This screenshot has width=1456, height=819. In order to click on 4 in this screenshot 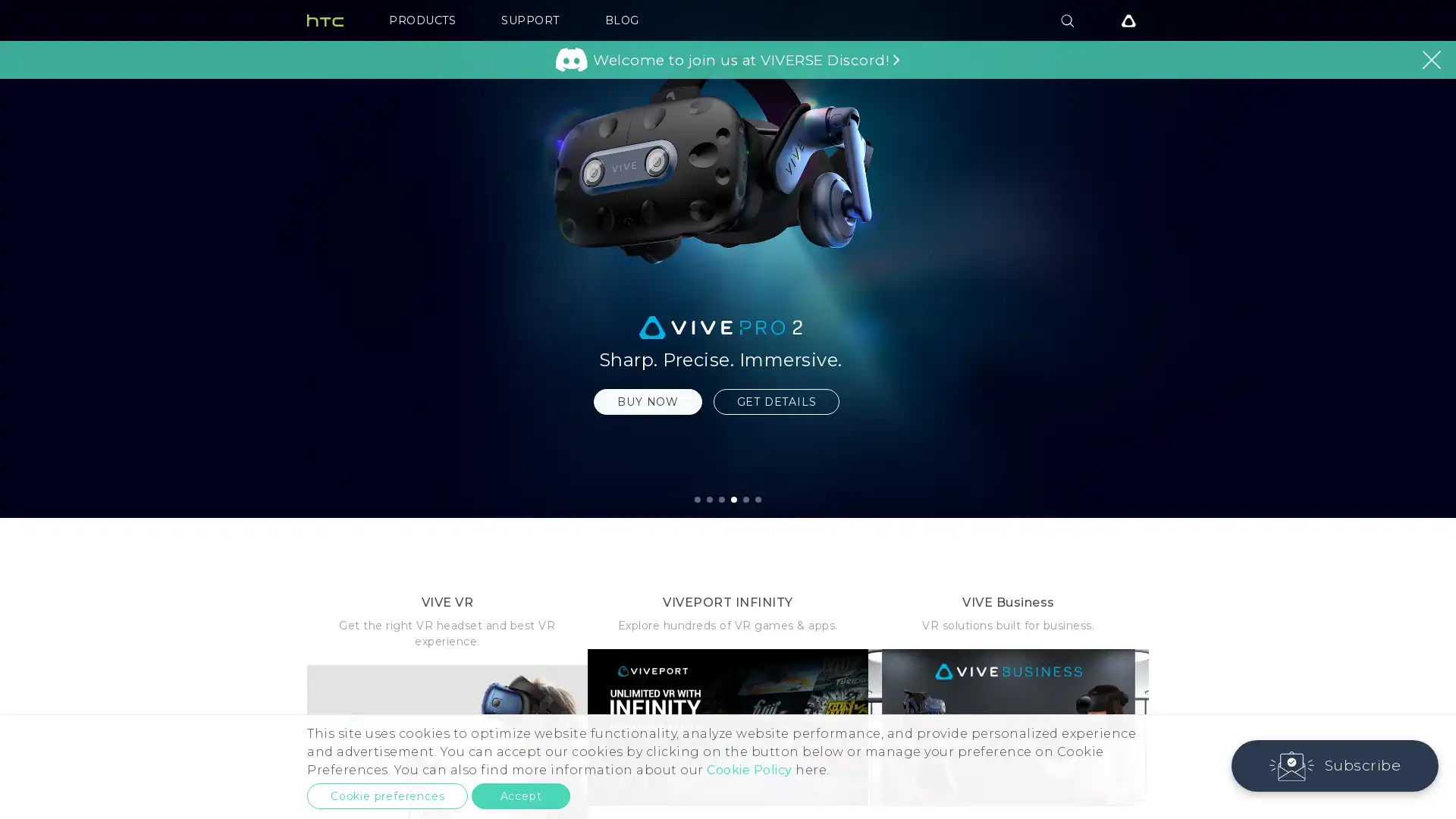, I will do `click(734, 500)`.